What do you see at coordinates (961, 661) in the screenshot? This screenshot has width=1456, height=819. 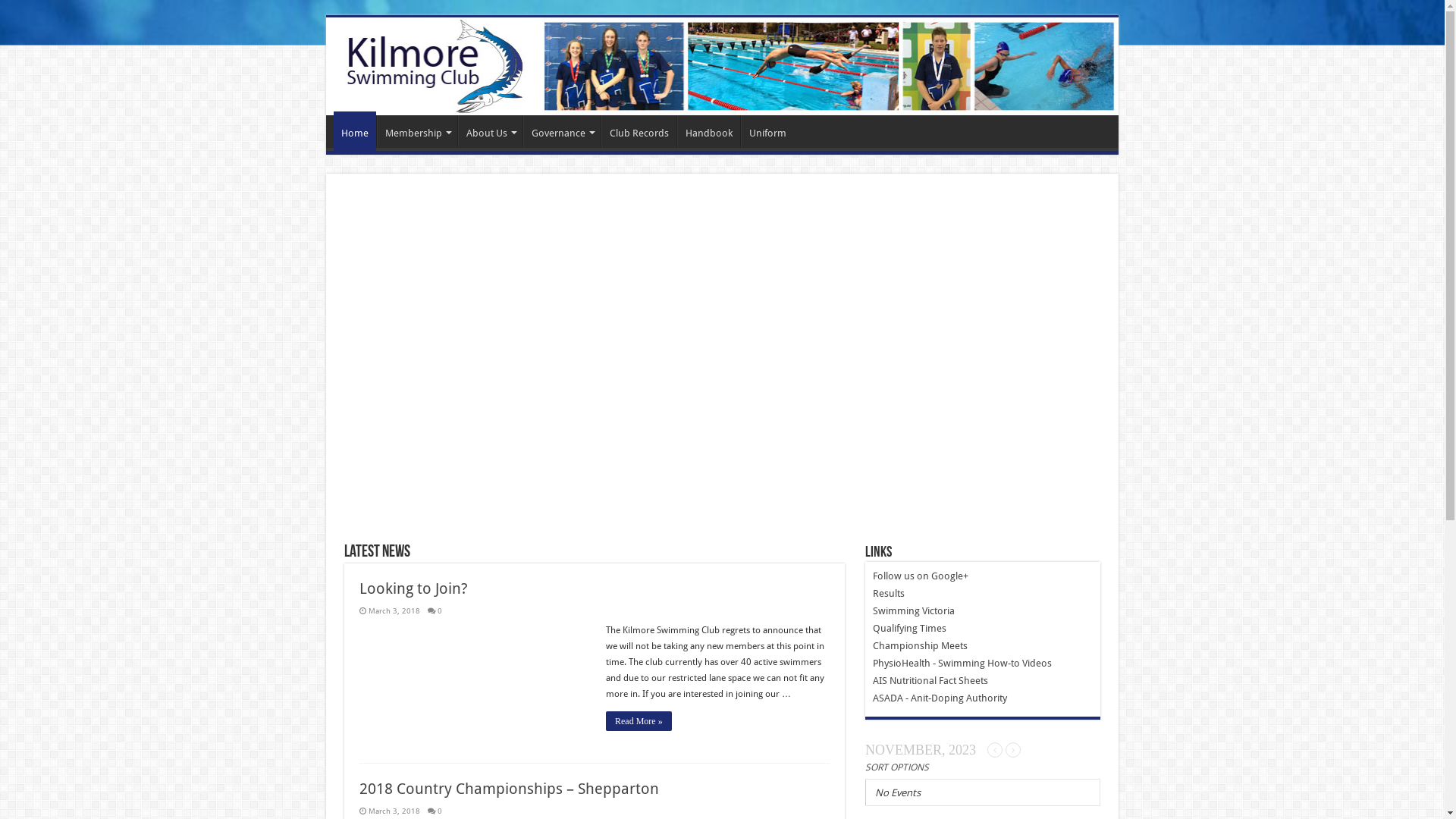 I see `'PhysioHealth - Swimming How-to Videos'` at bounding box center [961, 661].